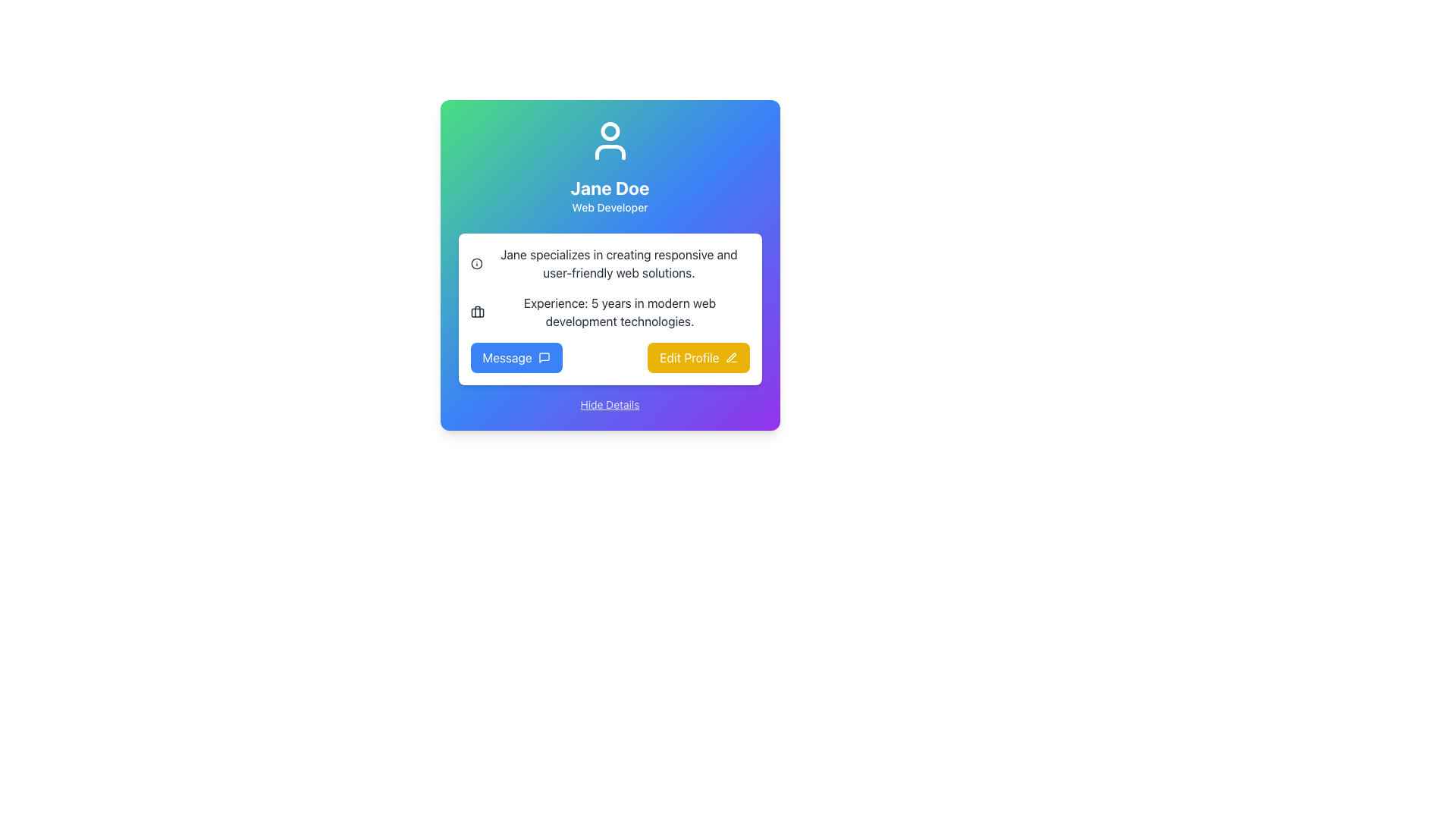 The image size is (1456, 819). I want to click on the circular information icon located to the left of the descriptive text block that starts with 'Jane specializes in creating...', so click(475, 262).